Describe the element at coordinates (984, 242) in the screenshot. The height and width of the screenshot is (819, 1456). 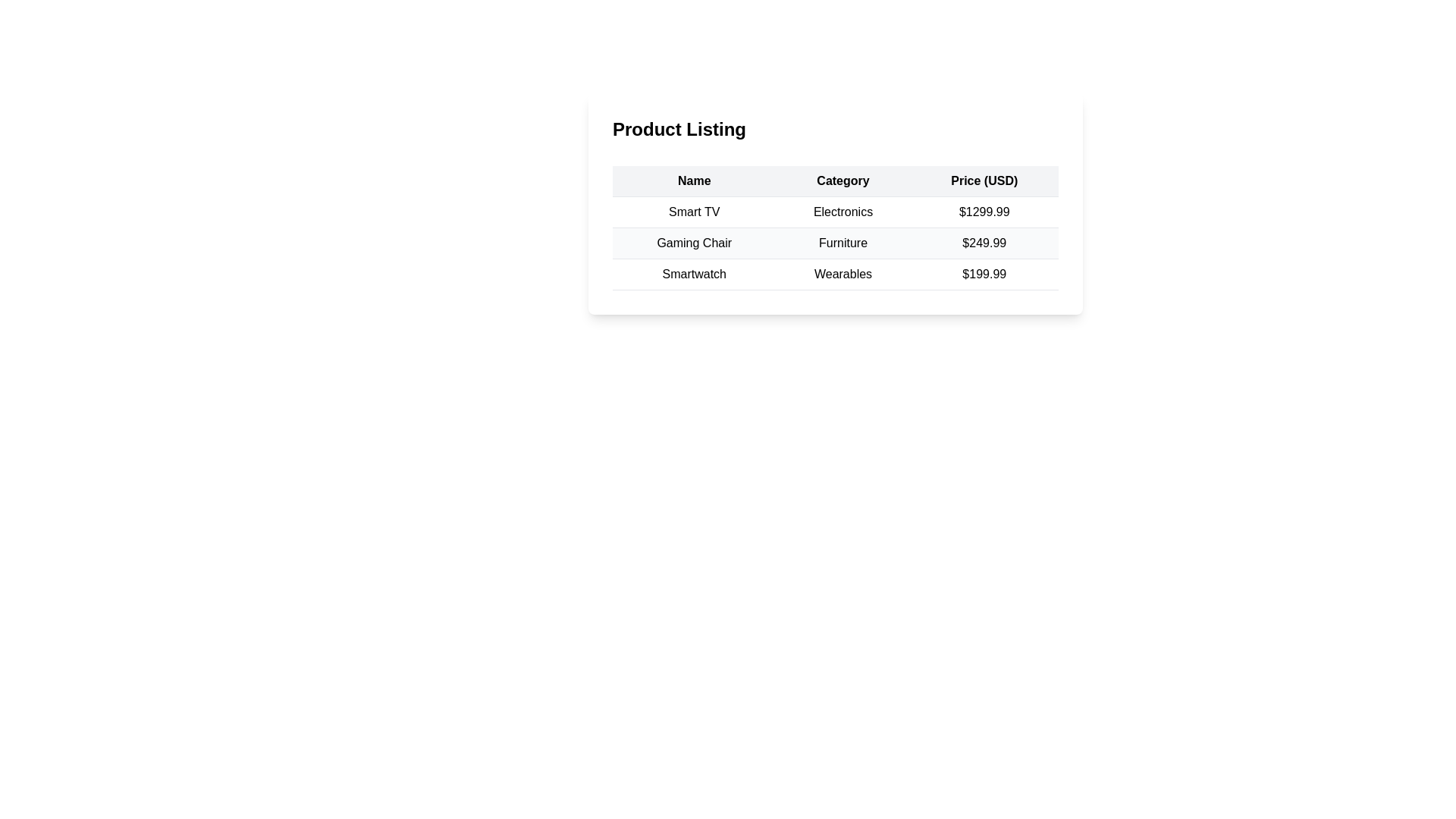
I see `the price label indicating the price of 'Gaming Chair' in the second row of the product listing table` at that location.